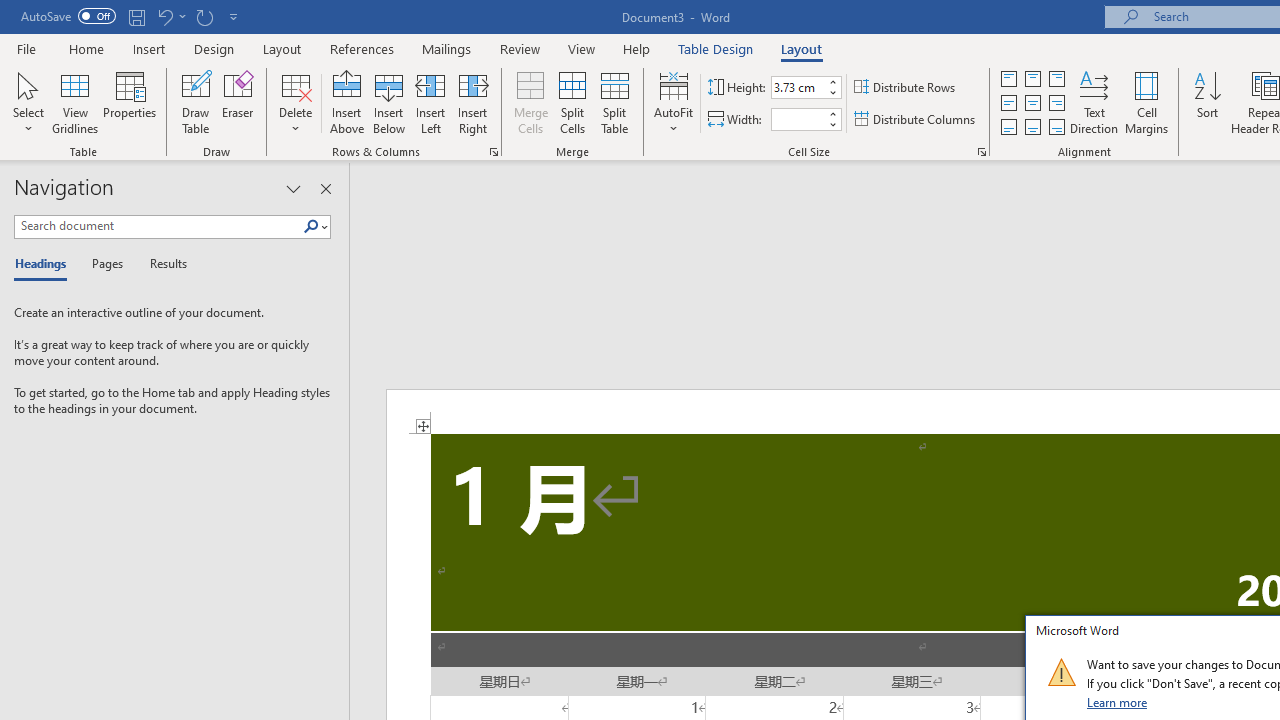 The height and width of the screenshot is (720, 1280). I want to click on 'Learn more', so click(1117, 701).